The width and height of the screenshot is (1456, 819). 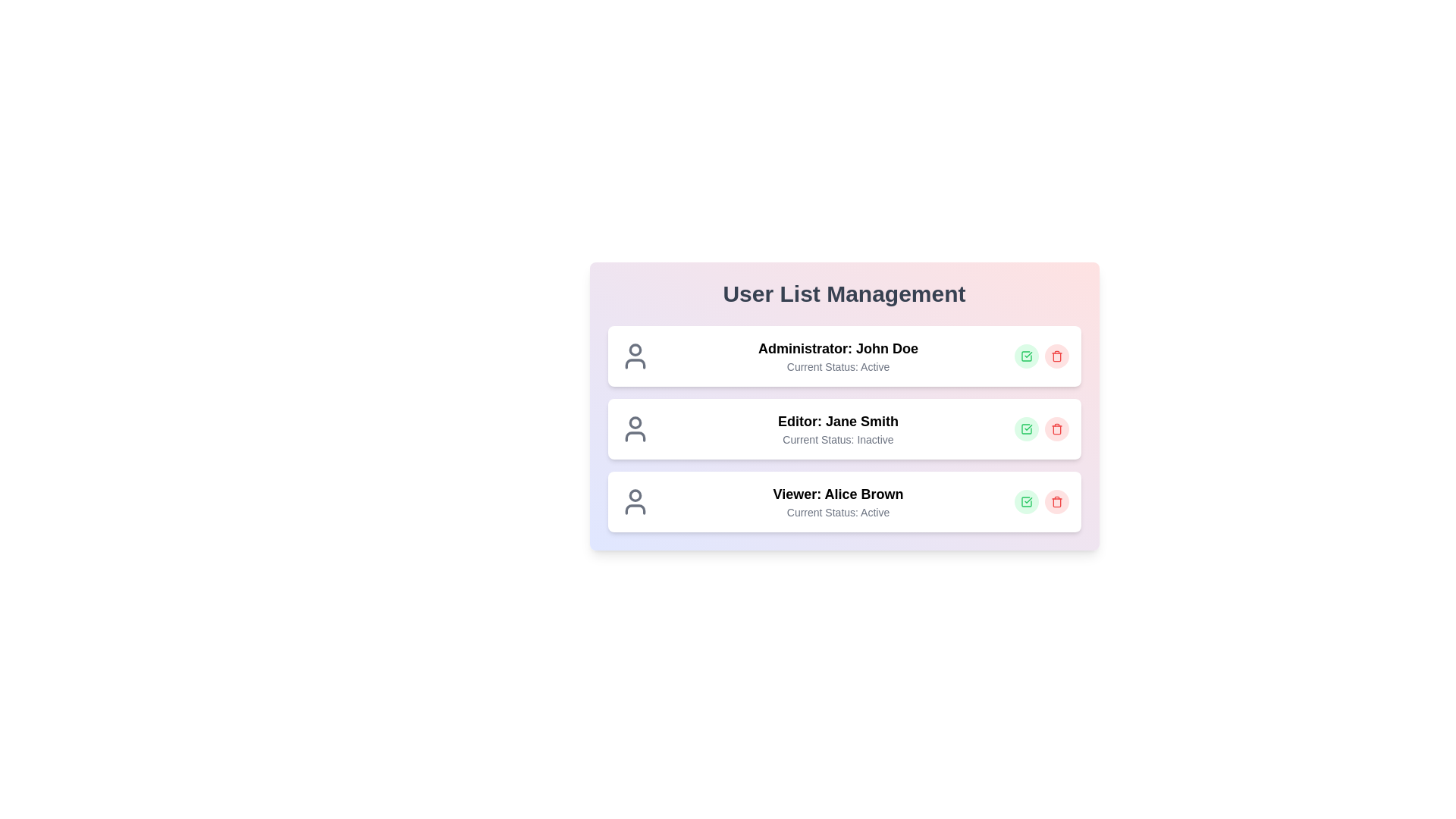 I want to click on the left green button with a check mark icon, so click(x=1040, y=502).